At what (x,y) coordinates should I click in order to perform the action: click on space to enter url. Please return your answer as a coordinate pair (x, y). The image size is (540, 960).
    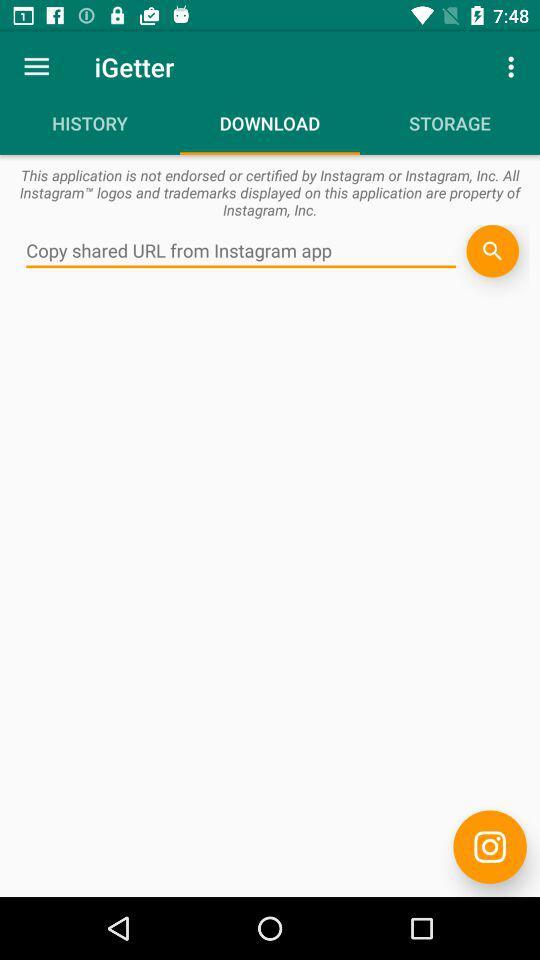
    Looking at the image, I should click on (241, 250).